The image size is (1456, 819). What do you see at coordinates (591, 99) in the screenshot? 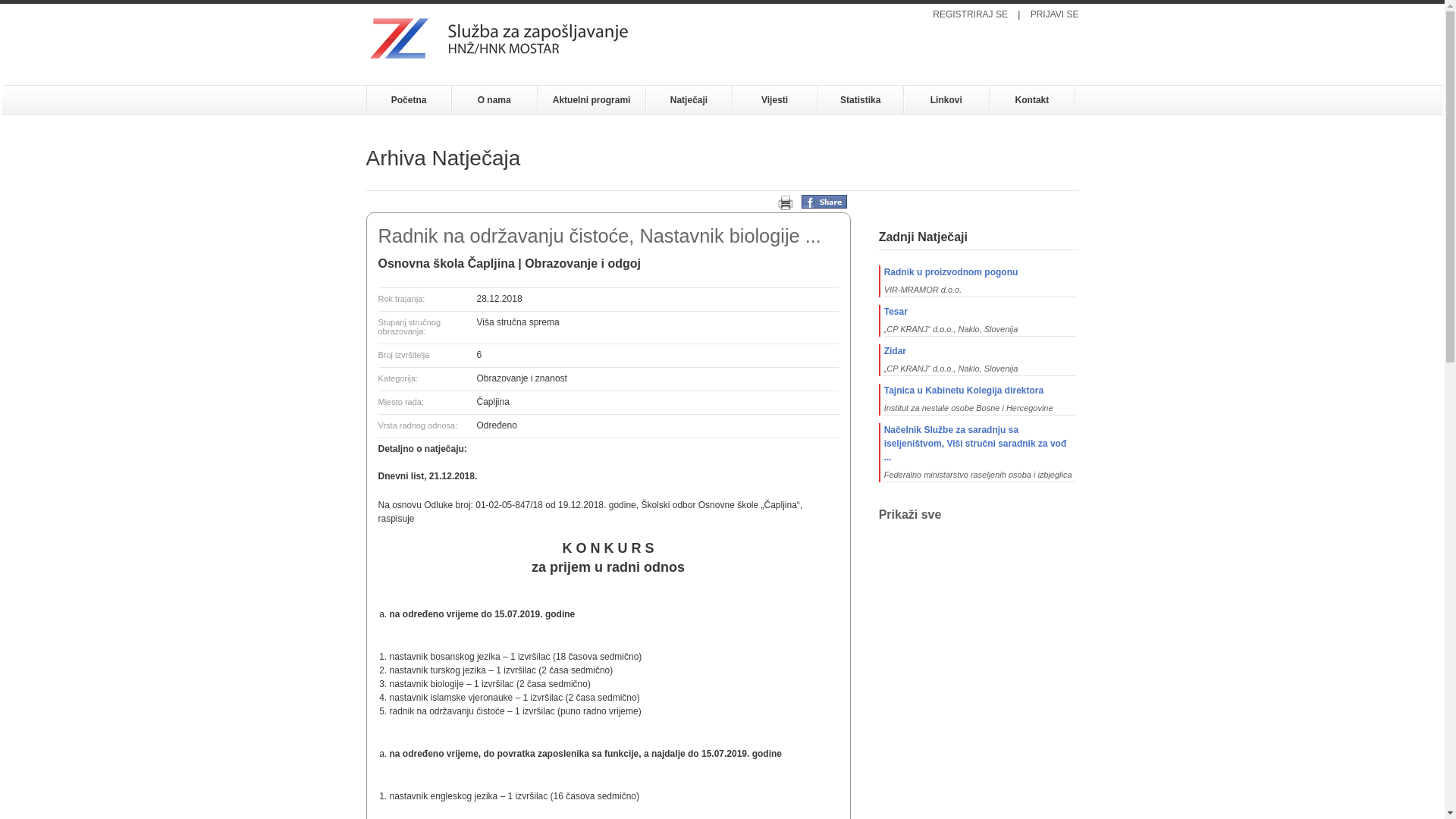
I see `'Aktuelni programi'` at bounding box center [591, 99].